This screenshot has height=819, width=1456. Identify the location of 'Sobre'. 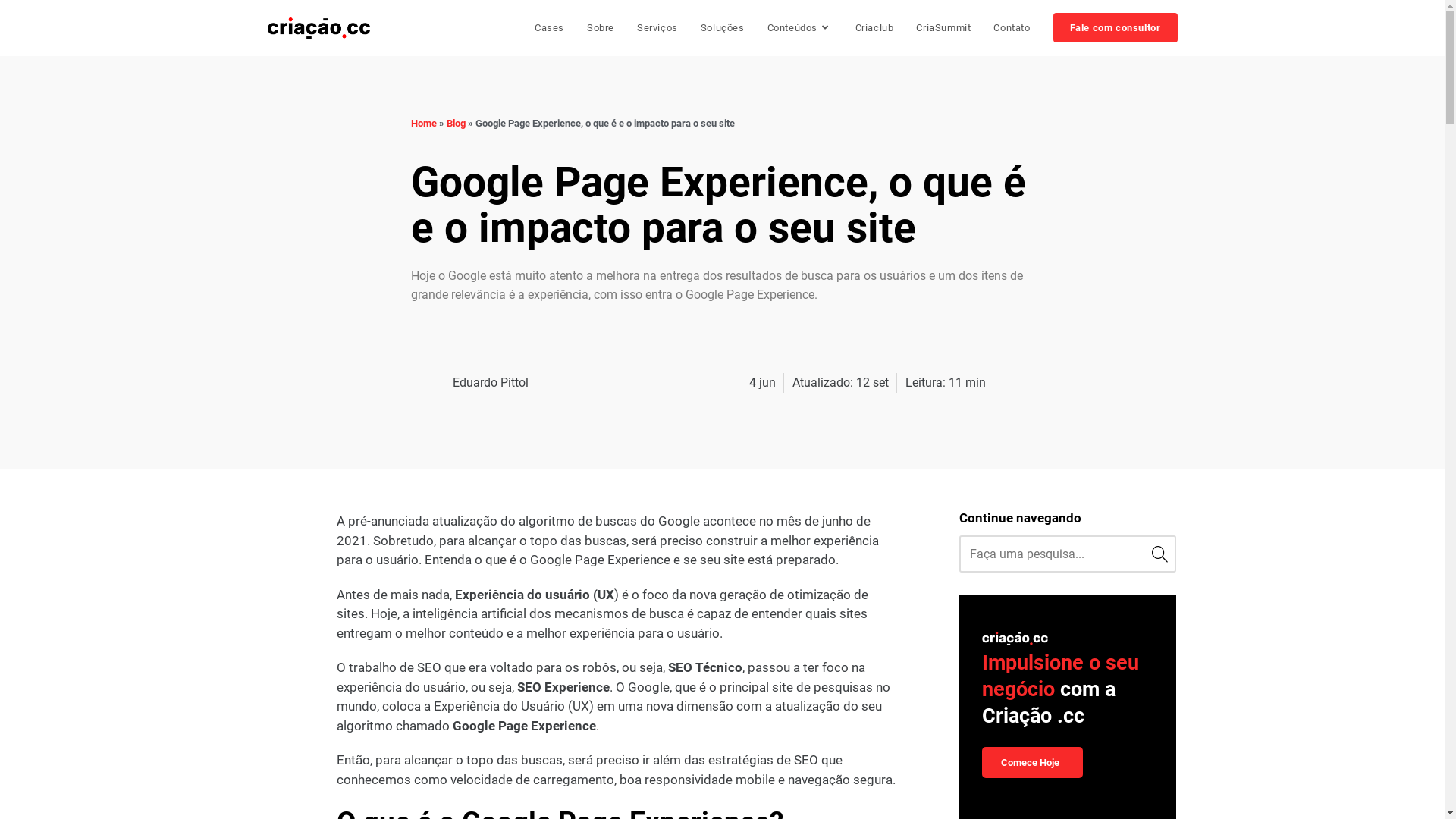
(600, 28).